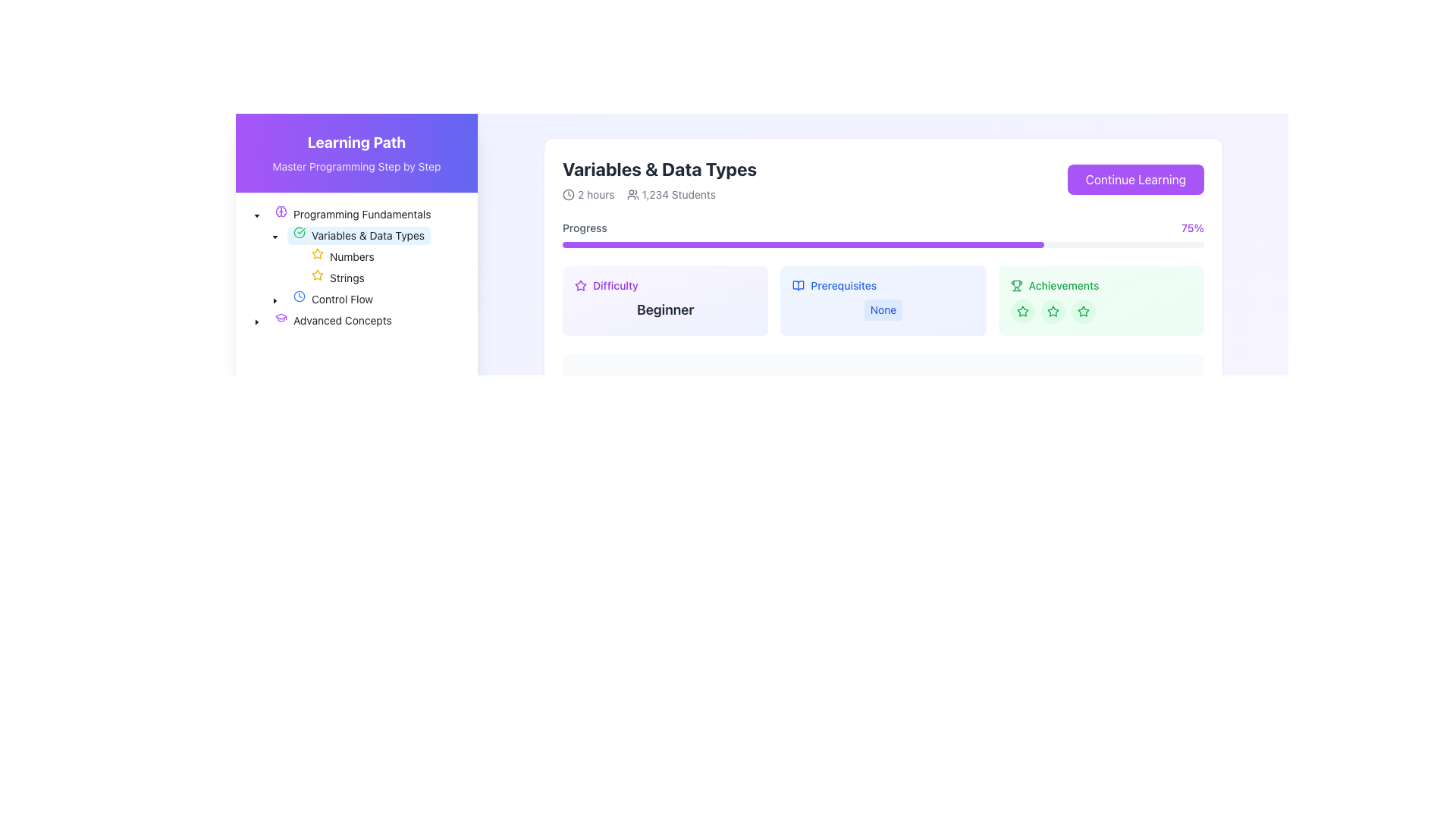 The image size is (1456, 819). I want to click on the Informational Badge with a light blue background and blue text displaying 'None', located in the 'Prerequisites' section of the UI, so click(883, 309).